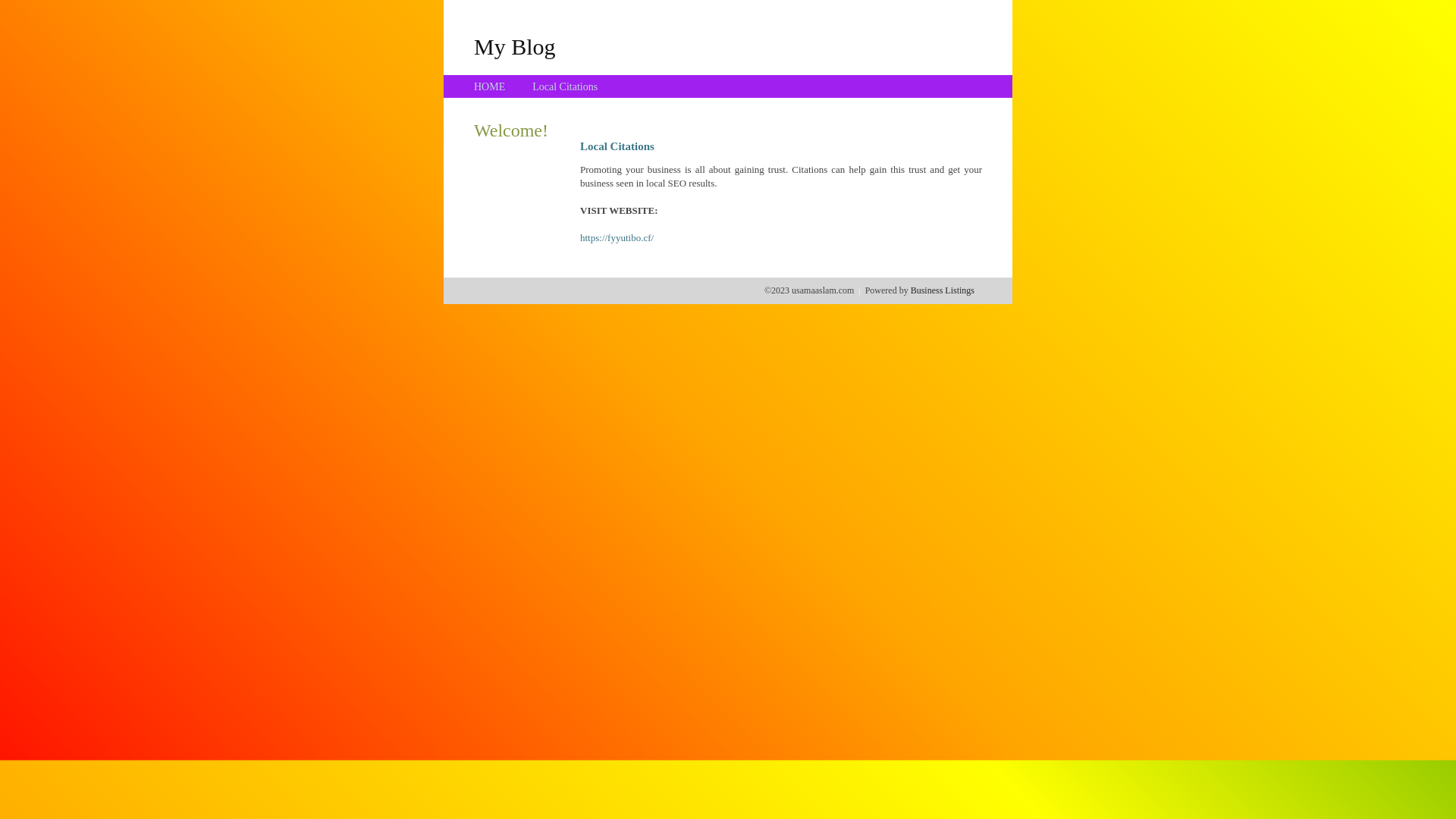 This screenshot has height=819, width=1456. Describe the element at coordinates (617, 237) in the screenshot. I see `'https://fyyutibo.cf/'` at that location.